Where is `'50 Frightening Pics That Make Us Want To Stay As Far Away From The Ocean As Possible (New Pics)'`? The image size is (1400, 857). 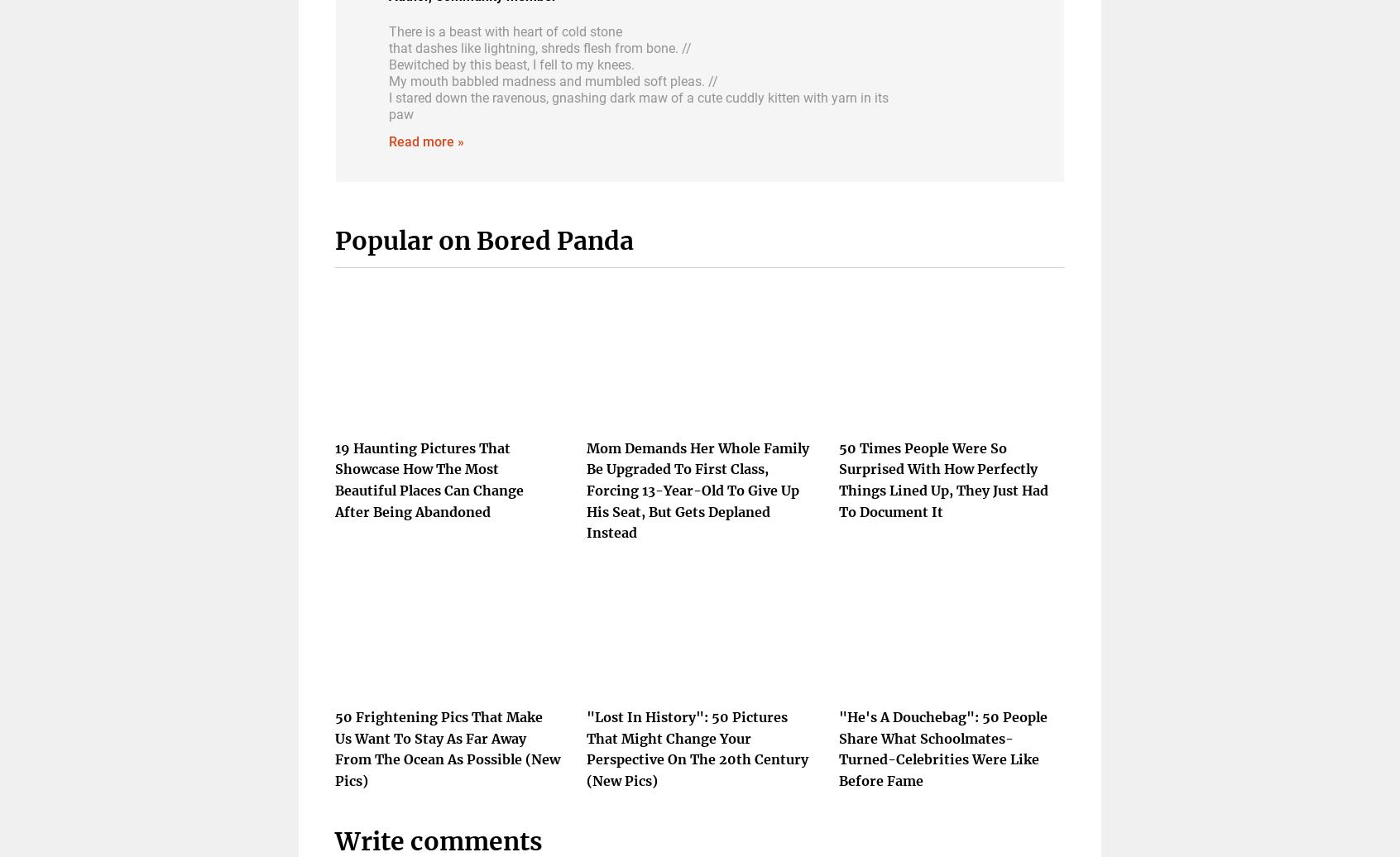
'50 Frightening Pics That Make Us Want To Stay As Far Away From The Ocean As Possible (New Pics)' is located at coordinates (335, 747).